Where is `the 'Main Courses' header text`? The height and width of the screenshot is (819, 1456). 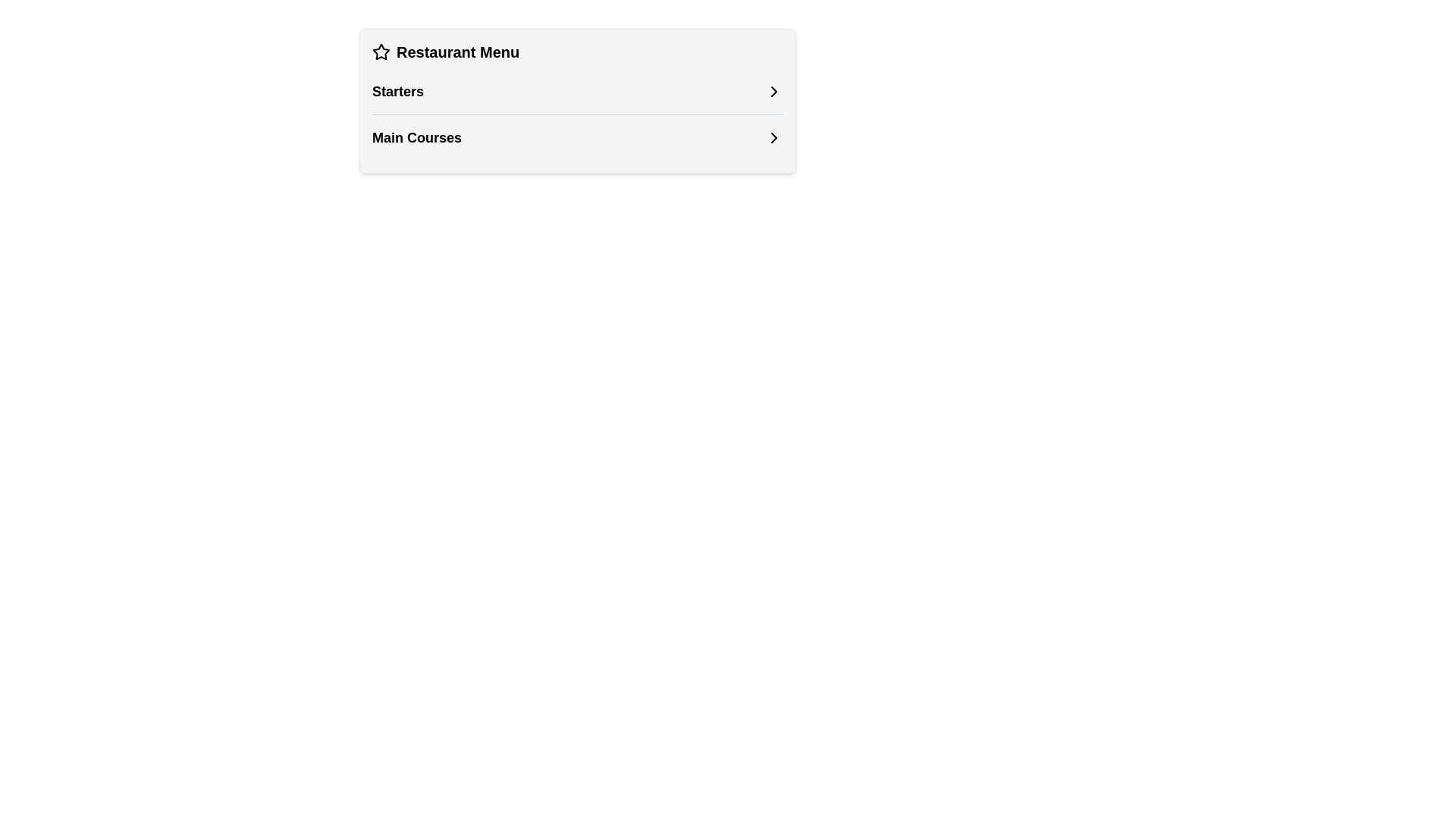 the 'Main Courses' header text is located at coordinates (417, 137).